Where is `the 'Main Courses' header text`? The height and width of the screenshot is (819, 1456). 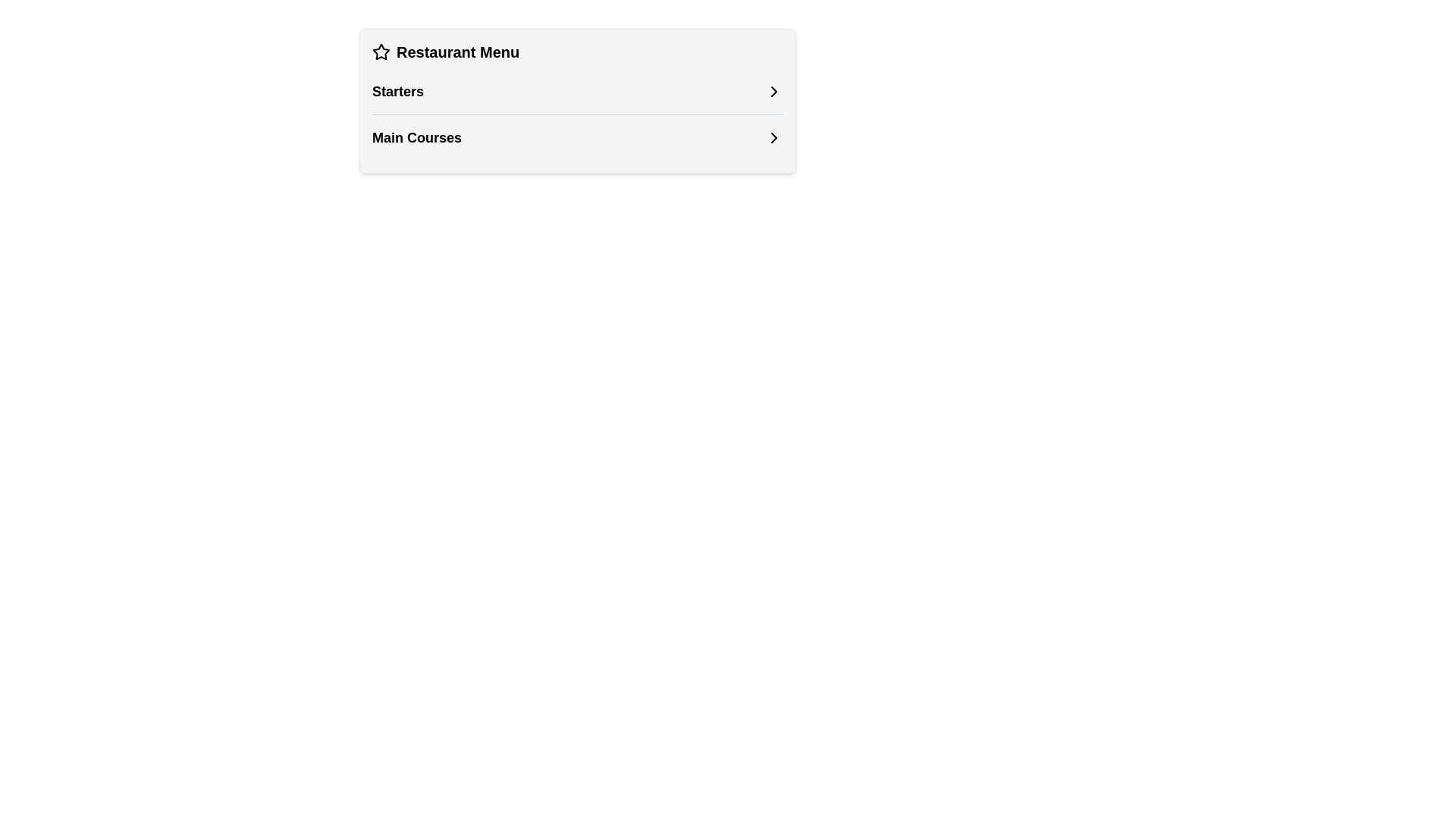 the 'Main Courses' header text is located at coordinates (417, 137).